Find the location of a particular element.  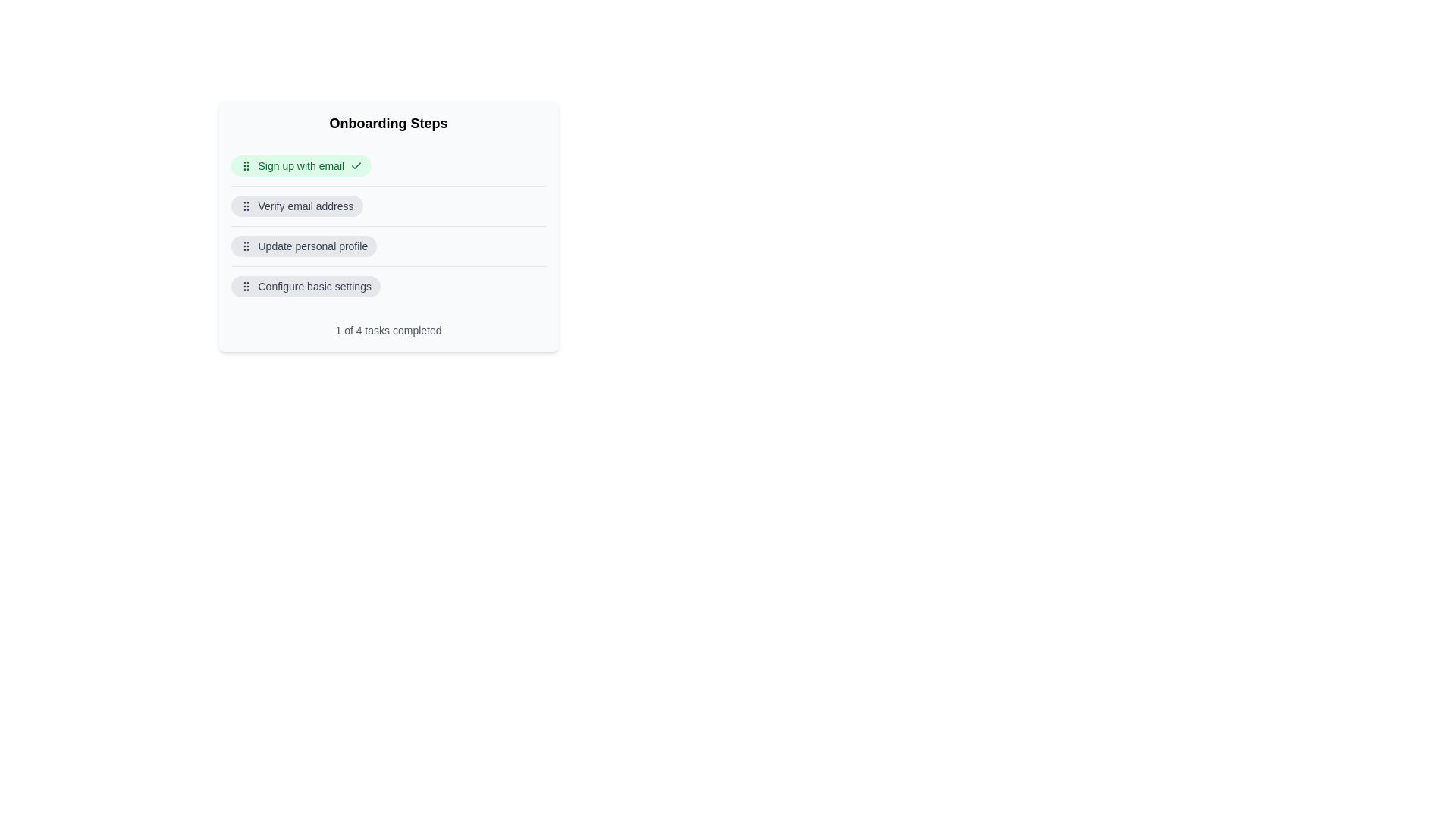

the second item in the onboarding task list labeled 'Verify email address' to interact with the task is located at coordinates (388, 206).